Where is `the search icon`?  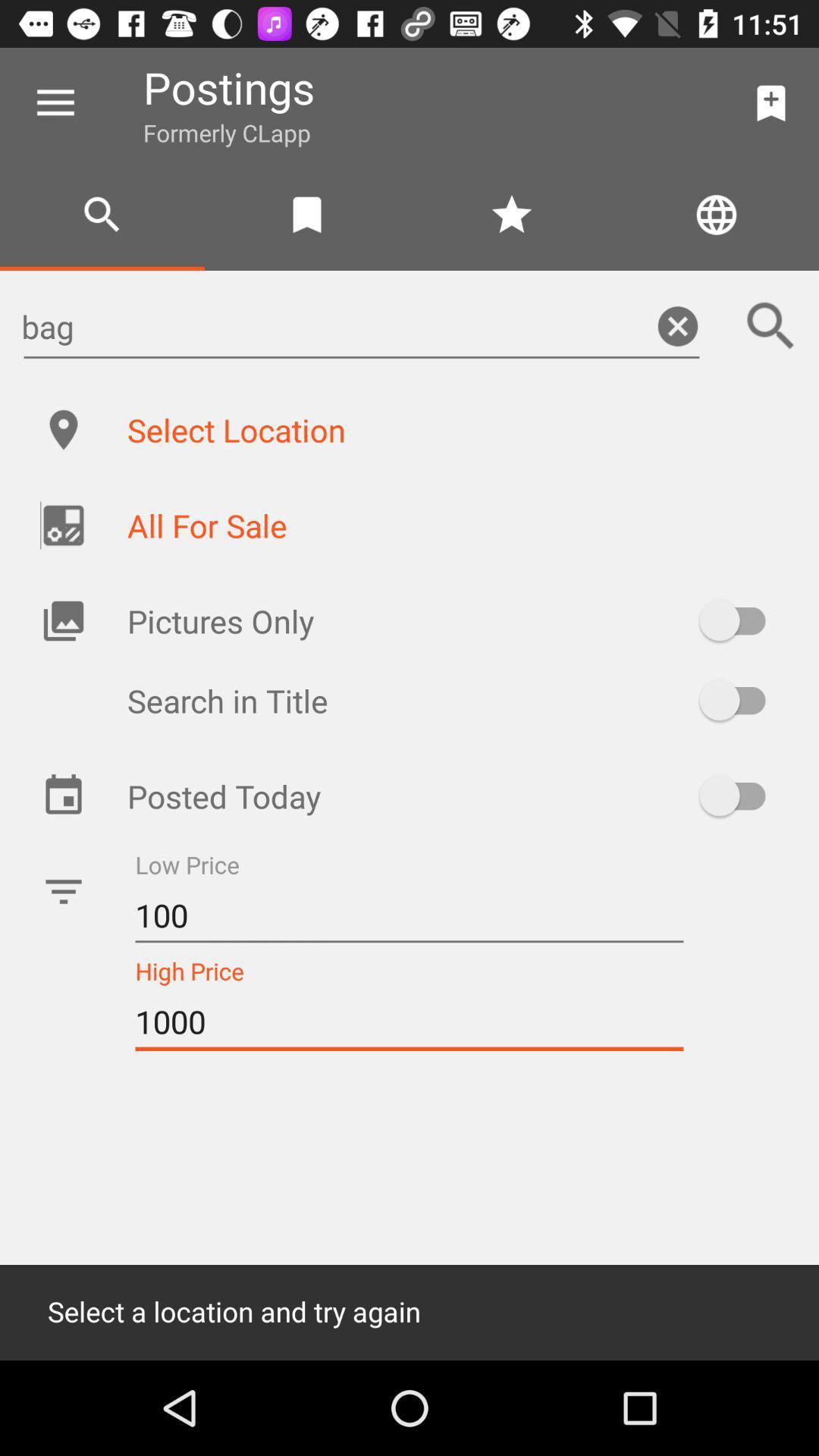
the search icon is located at coordinates (771, 325).